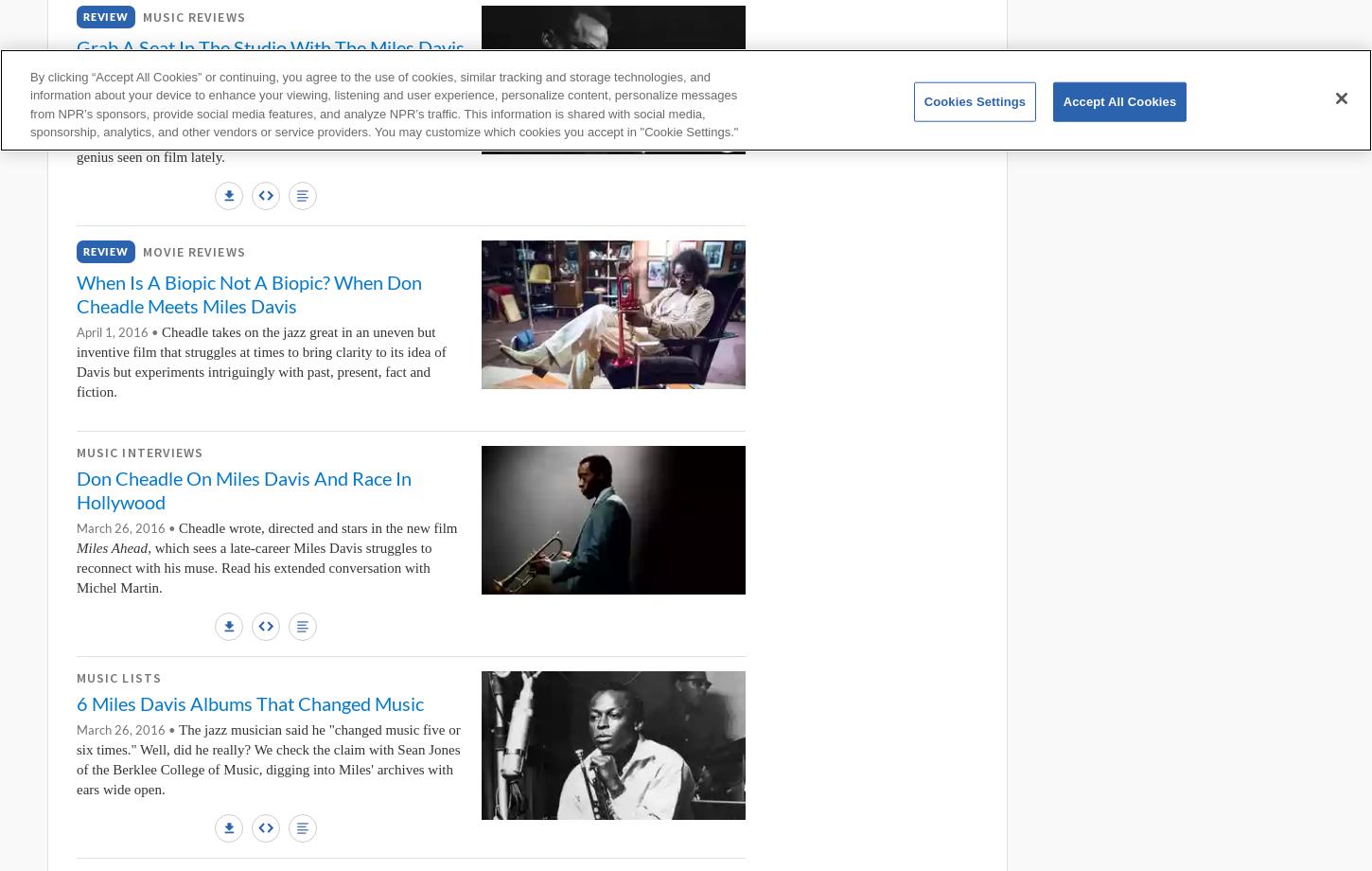  Describe the element at coordinates (249, 293) in the screenshot. I see `'When Is A Biopic Not A Biopic? When Don Cheadle Meets Miles Davis'` at that location.